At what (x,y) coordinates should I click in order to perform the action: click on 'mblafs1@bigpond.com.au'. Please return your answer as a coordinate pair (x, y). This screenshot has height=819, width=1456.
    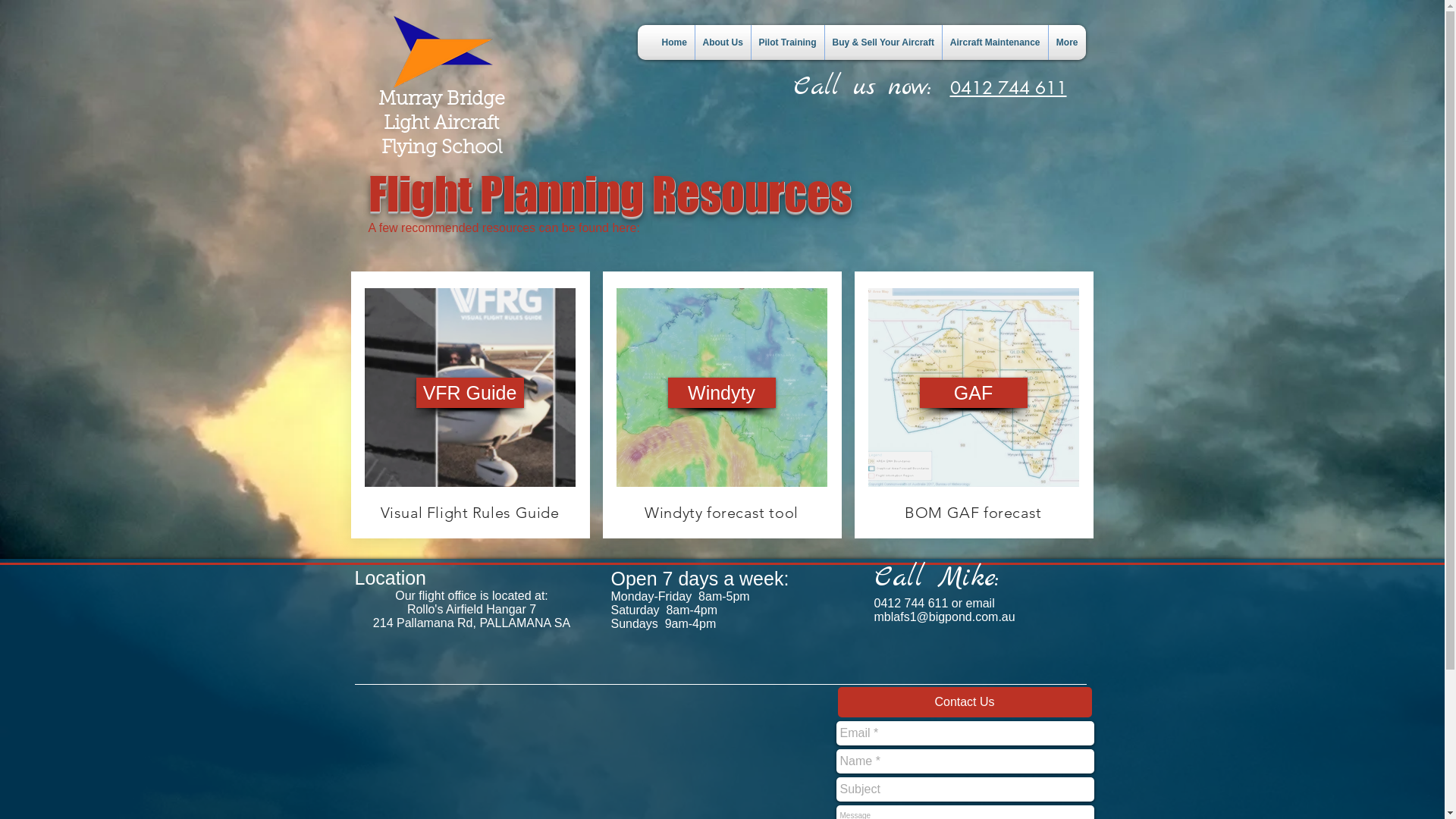
    Looking at the image, I should click on (943, 617).